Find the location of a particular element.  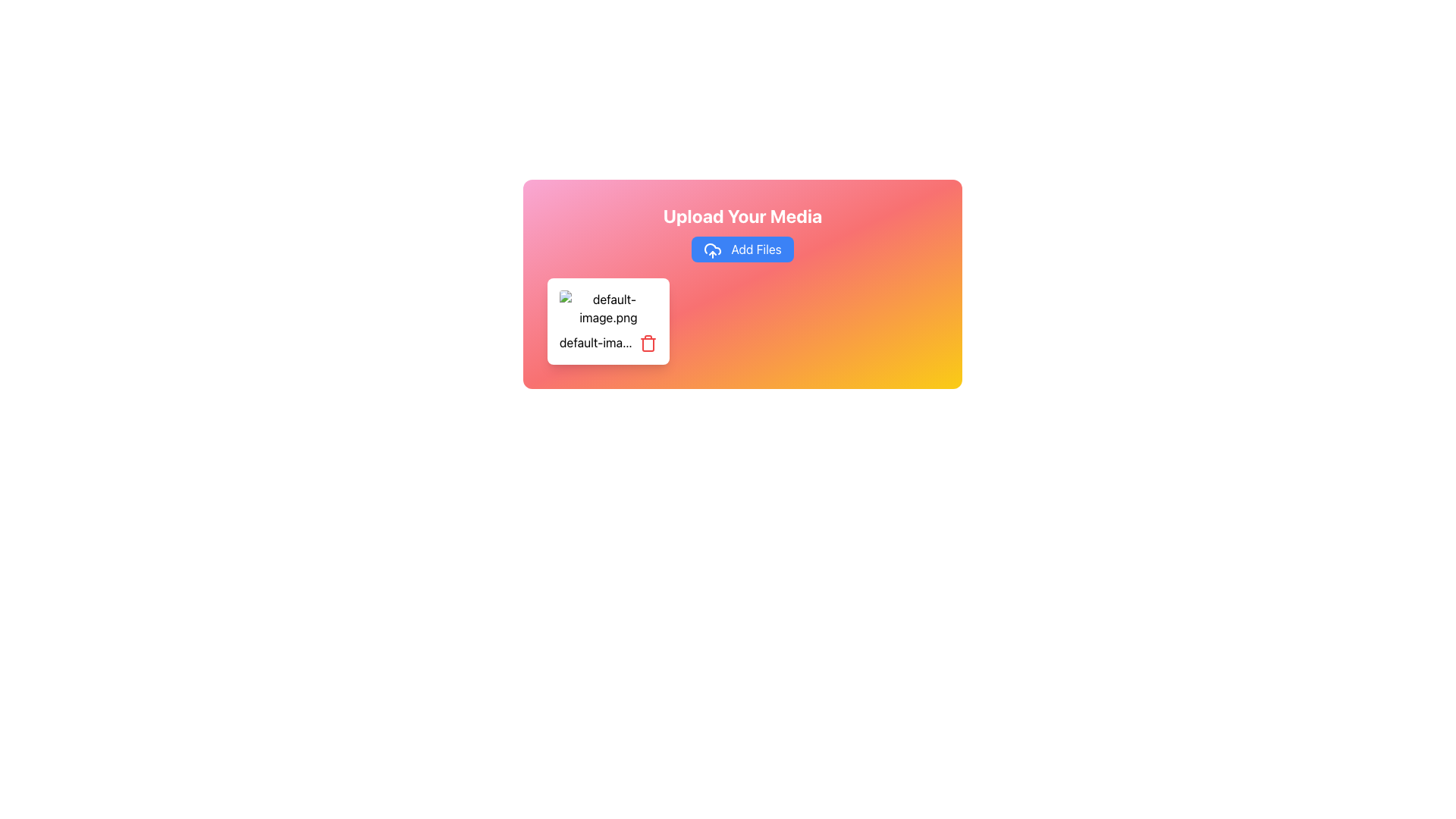

the delete icon next to the filename 'default-image.png' is located at coordinates (648, 342).